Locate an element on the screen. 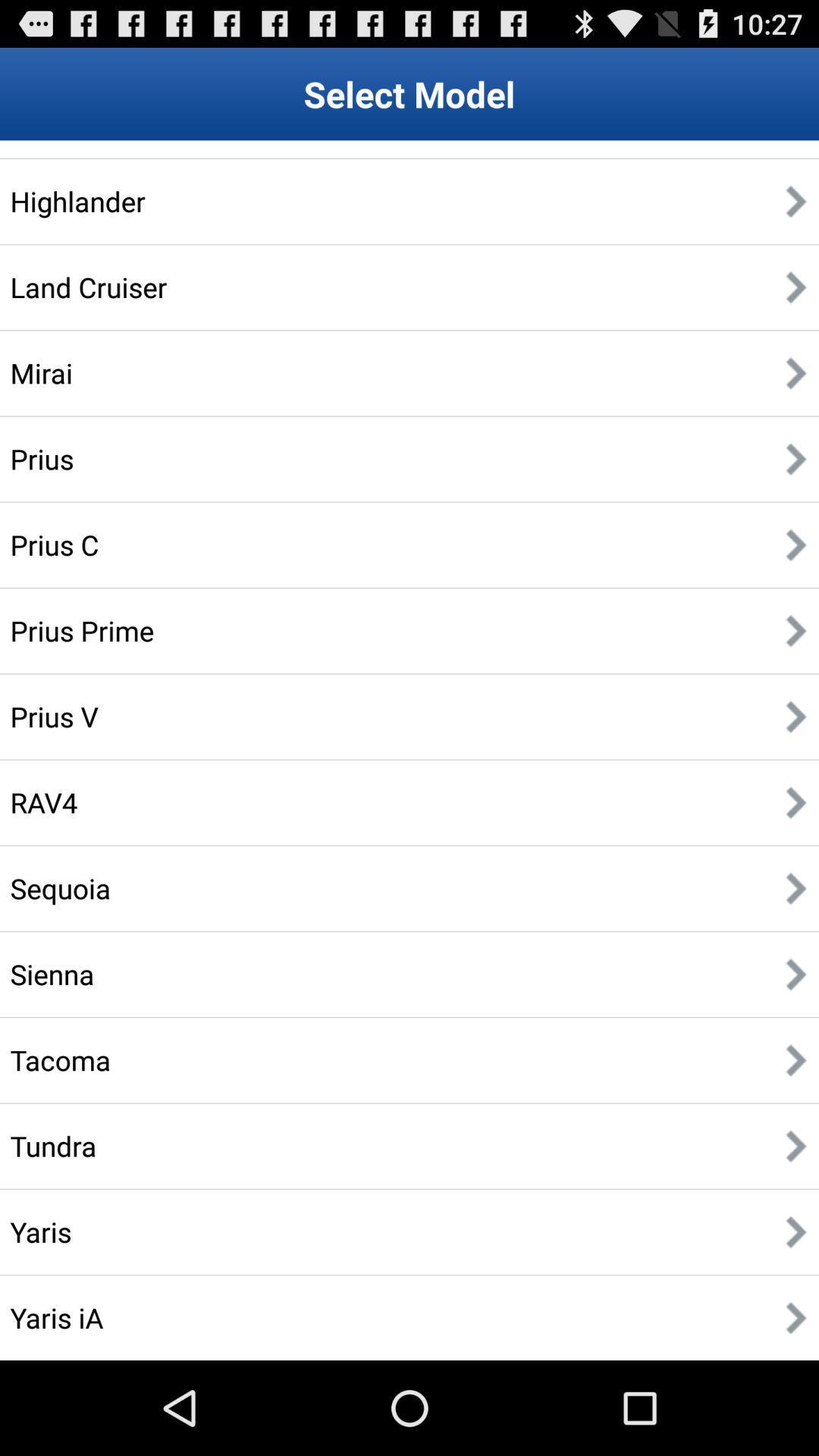 This screenshot has width=819, height=1456. the button on the right next to the button sienna on the web page is located at coordinates (795, 974).